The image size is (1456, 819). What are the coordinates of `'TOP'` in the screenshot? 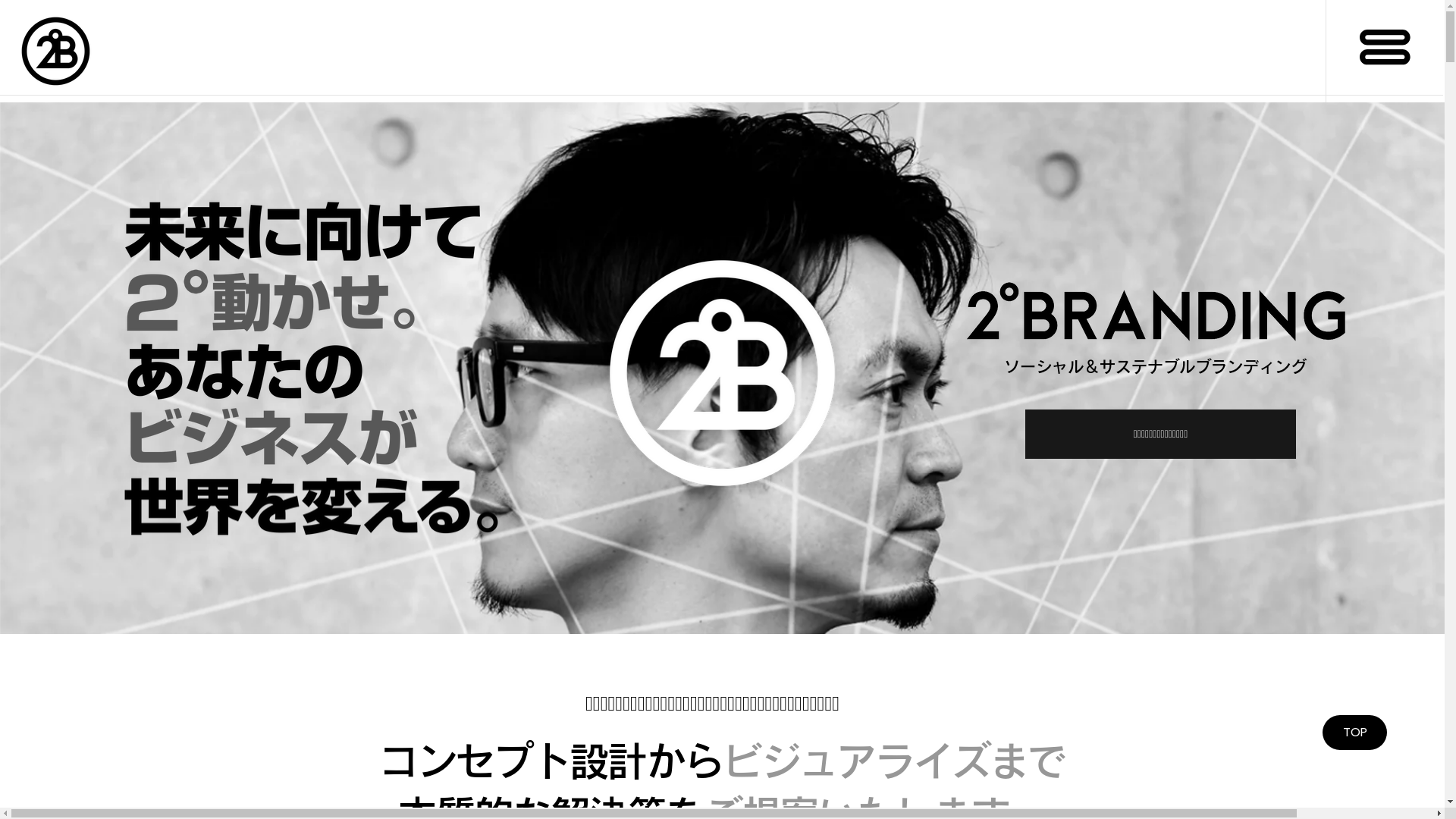 It's located at (1321, 731).